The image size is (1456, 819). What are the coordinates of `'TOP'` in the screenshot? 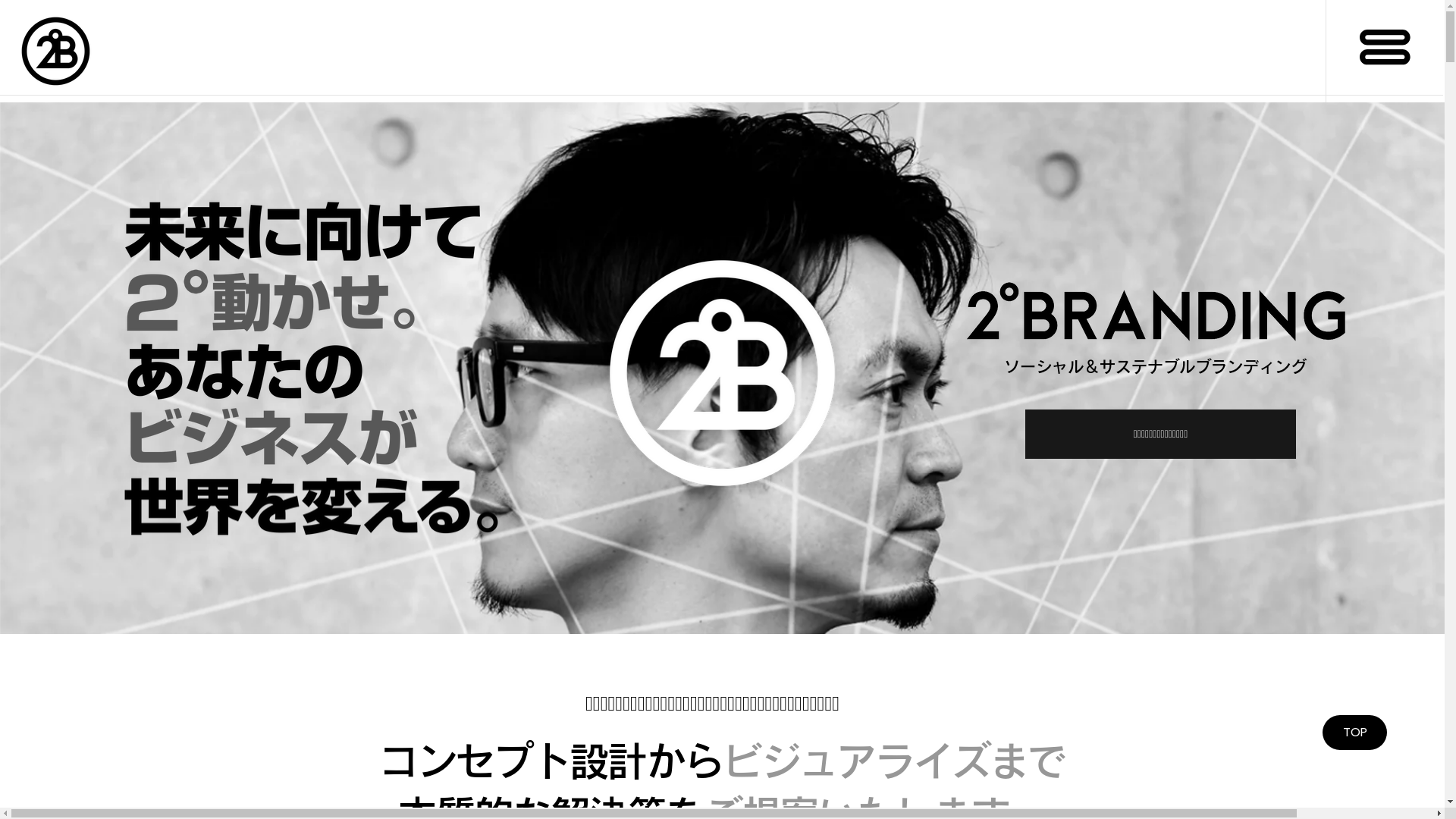 It's located at (1321, 731).